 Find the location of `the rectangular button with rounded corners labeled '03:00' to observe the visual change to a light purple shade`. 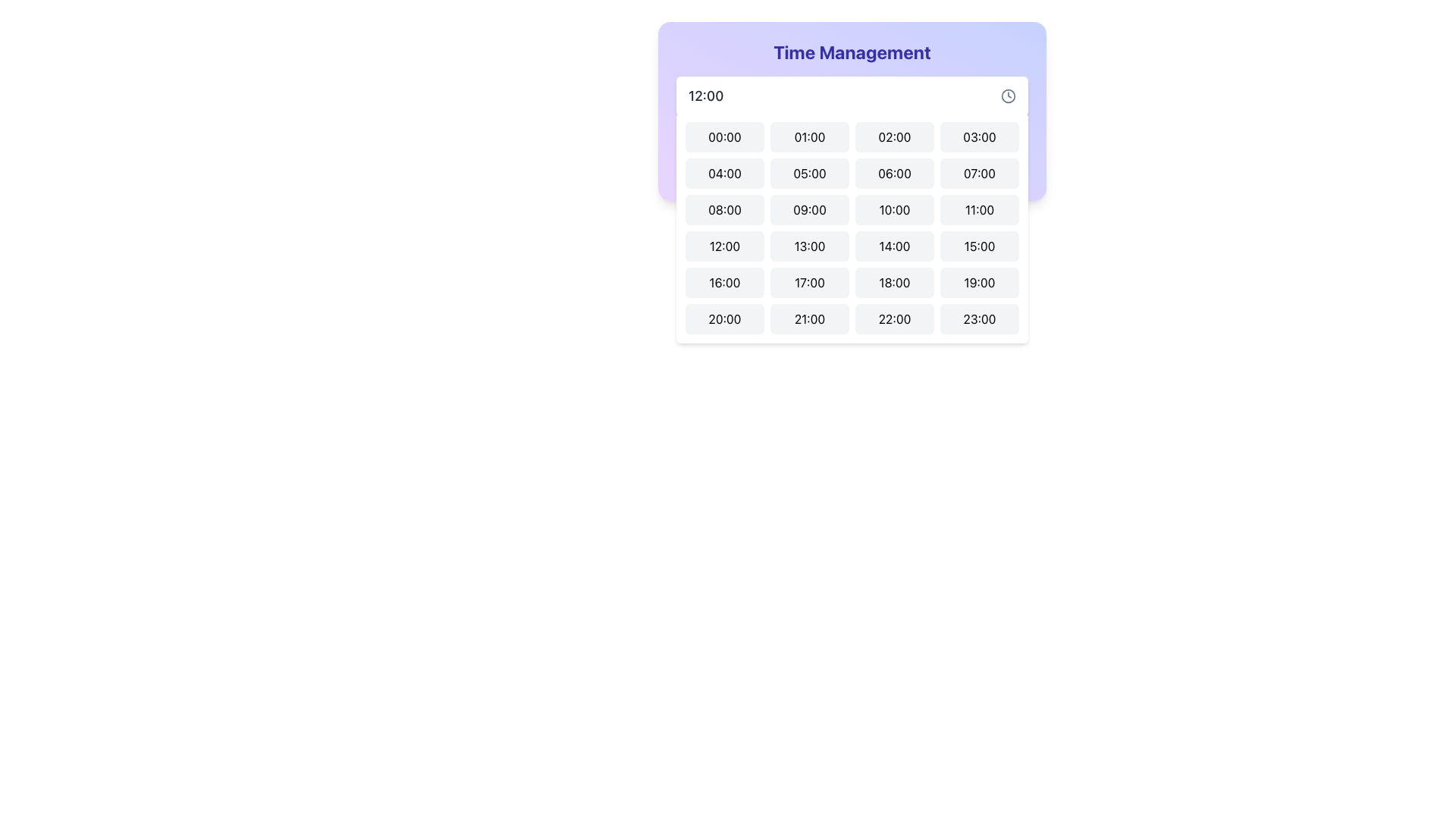

the rectangular button with rounded corners labeled '03:00' to observe the visual change to a light purple shade is located at coordinates (979, 137).